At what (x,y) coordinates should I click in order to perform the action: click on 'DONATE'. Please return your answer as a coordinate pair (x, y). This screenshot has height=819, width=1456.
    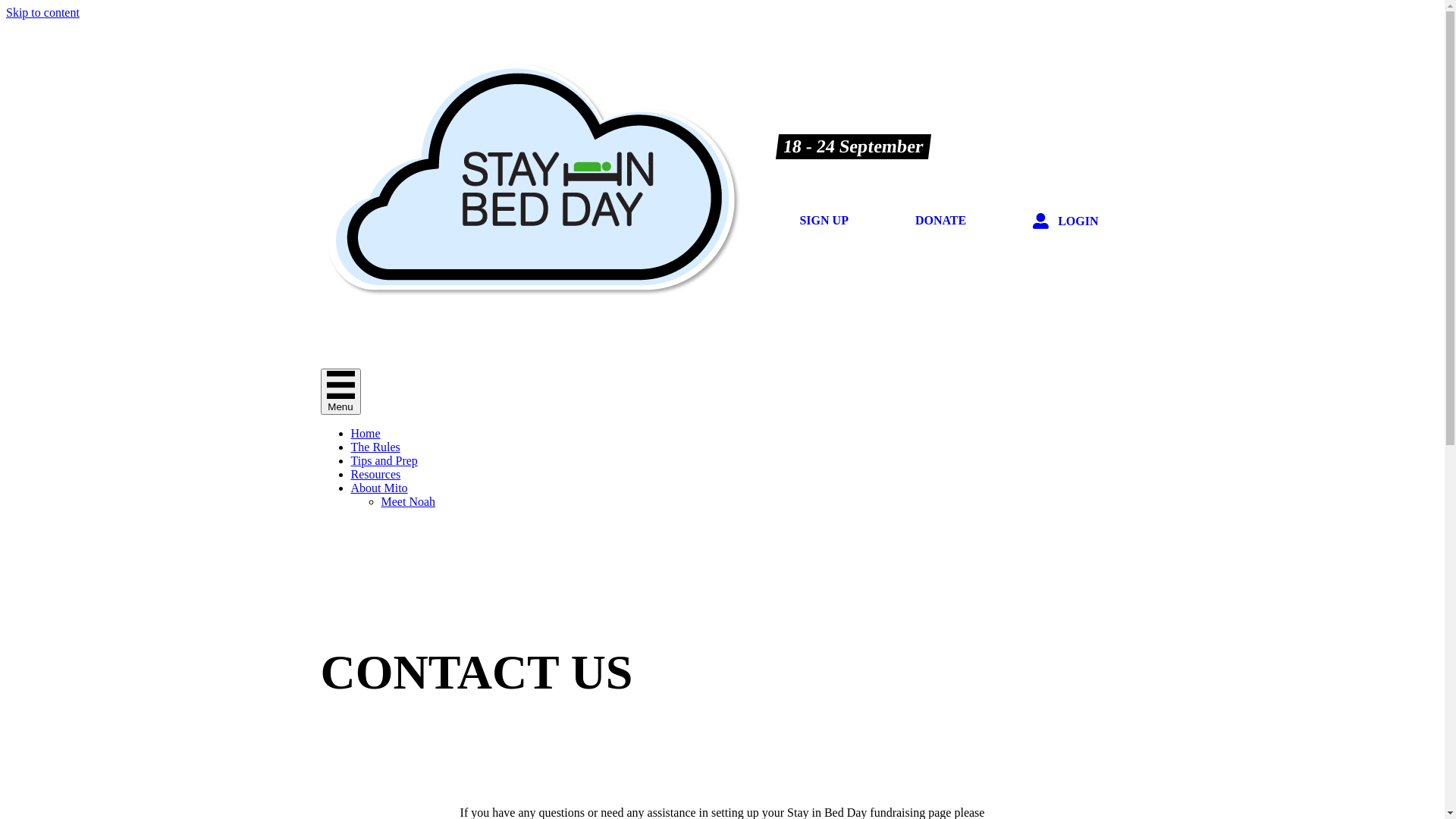
    Looking at the image, I should click on (940, 220).